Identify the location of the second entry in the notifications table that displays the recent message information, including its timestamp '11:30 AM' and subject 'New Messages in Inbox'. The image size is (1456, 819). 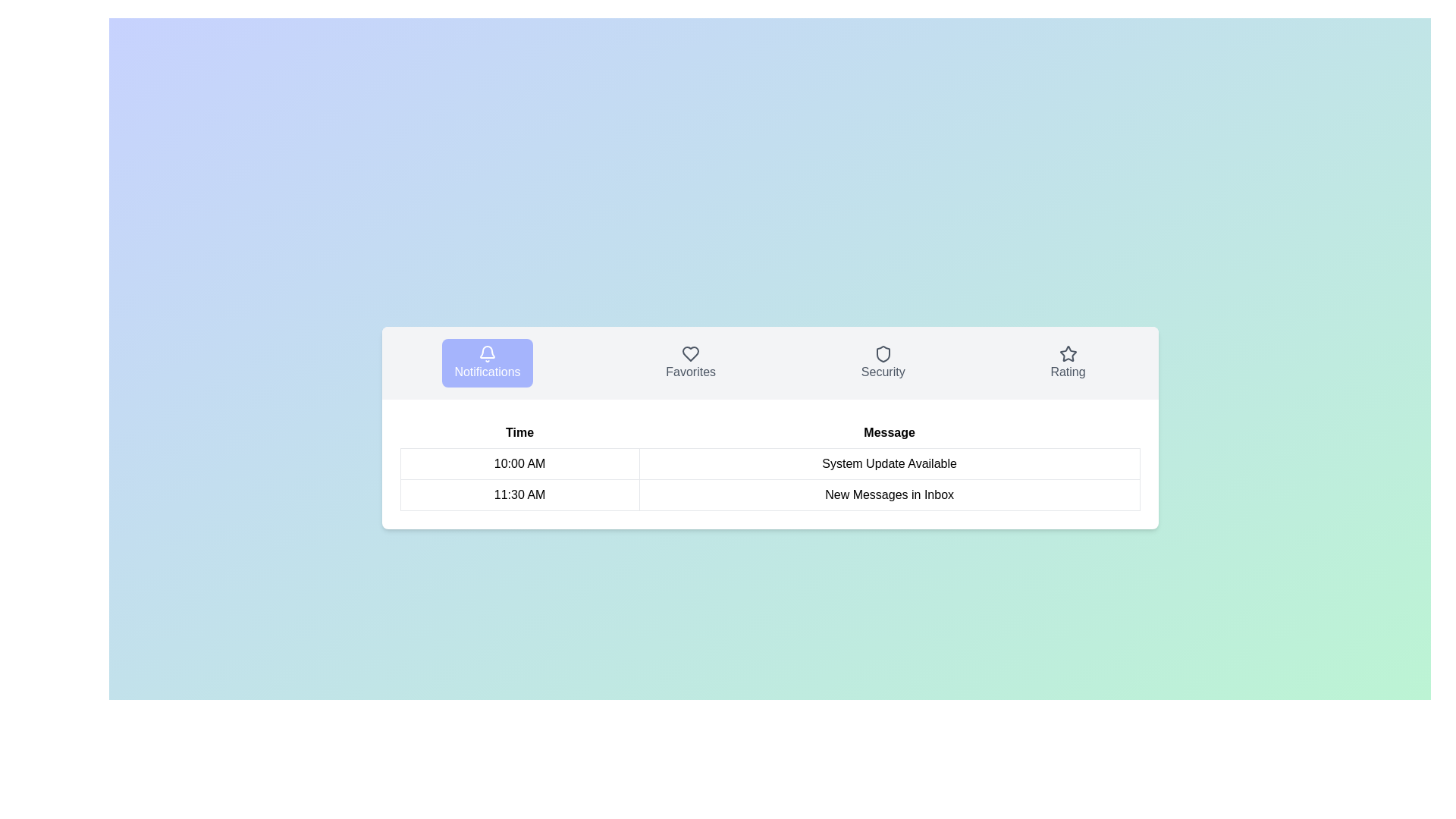
(770, 494).